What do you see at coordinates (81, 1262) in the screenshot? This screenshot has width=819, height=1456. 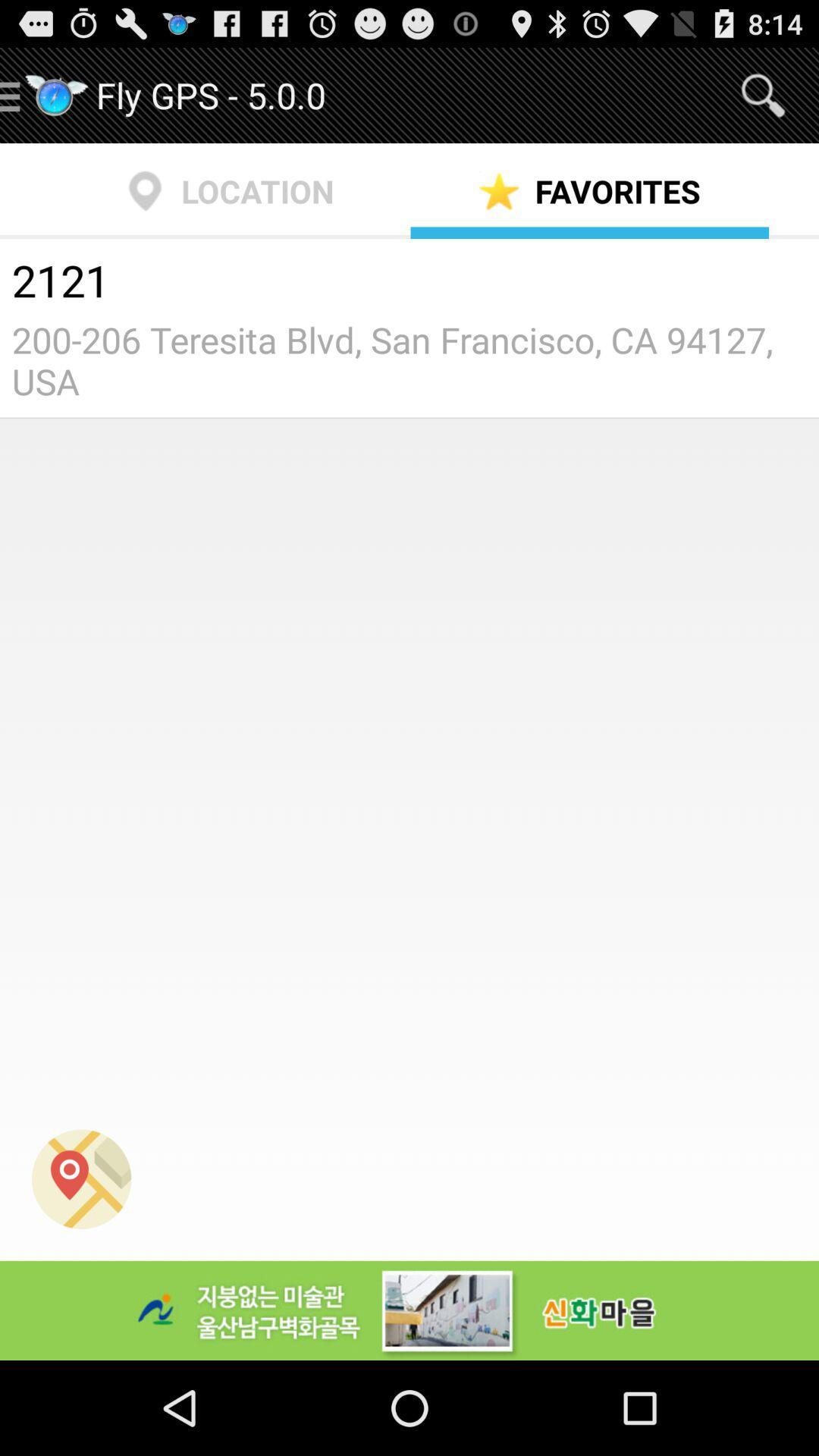 I see `the location icon` at bounding box center [81, 1262].